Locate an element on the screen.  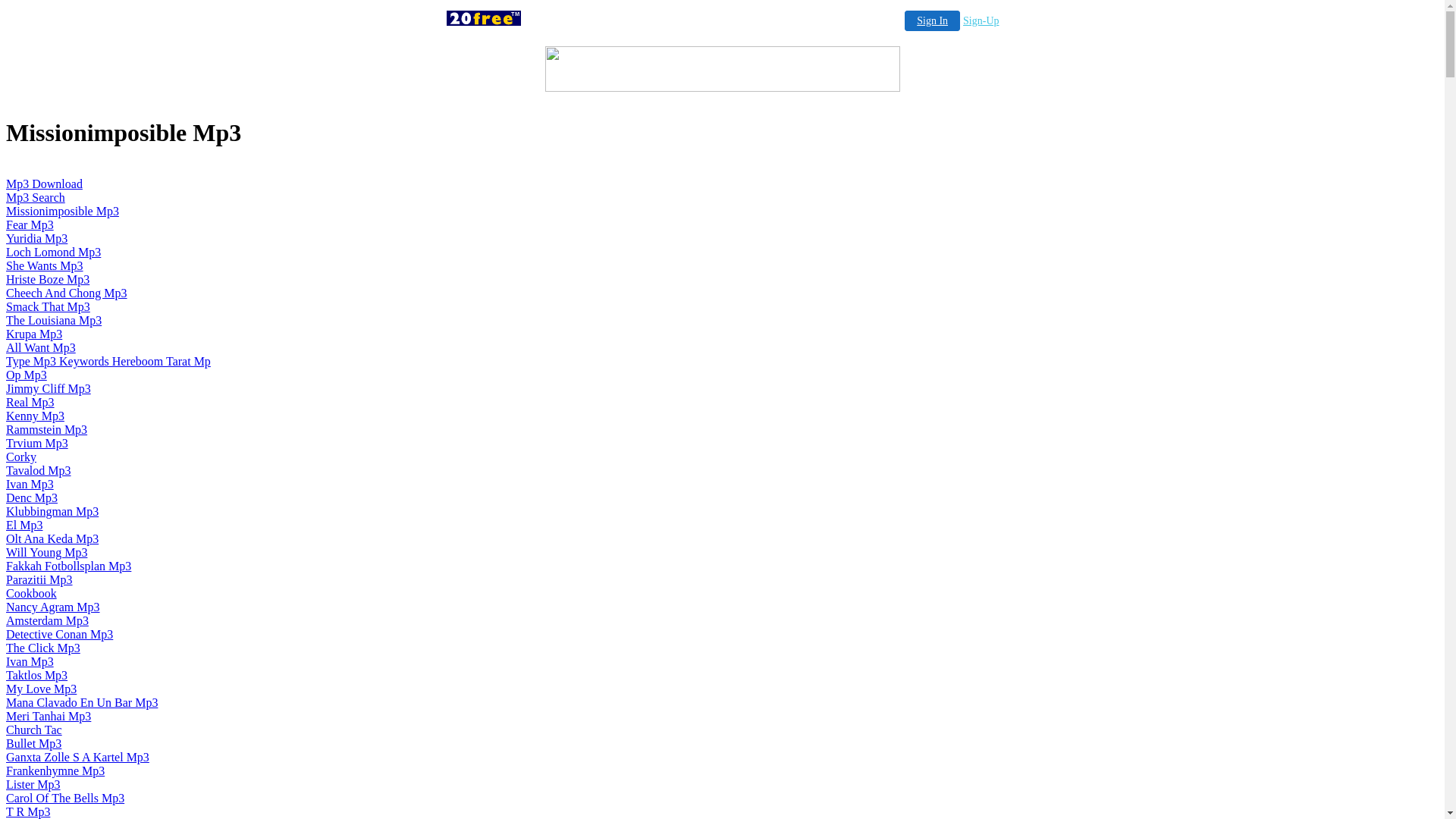
'El Mp3' is located at coordinates (24, 524).